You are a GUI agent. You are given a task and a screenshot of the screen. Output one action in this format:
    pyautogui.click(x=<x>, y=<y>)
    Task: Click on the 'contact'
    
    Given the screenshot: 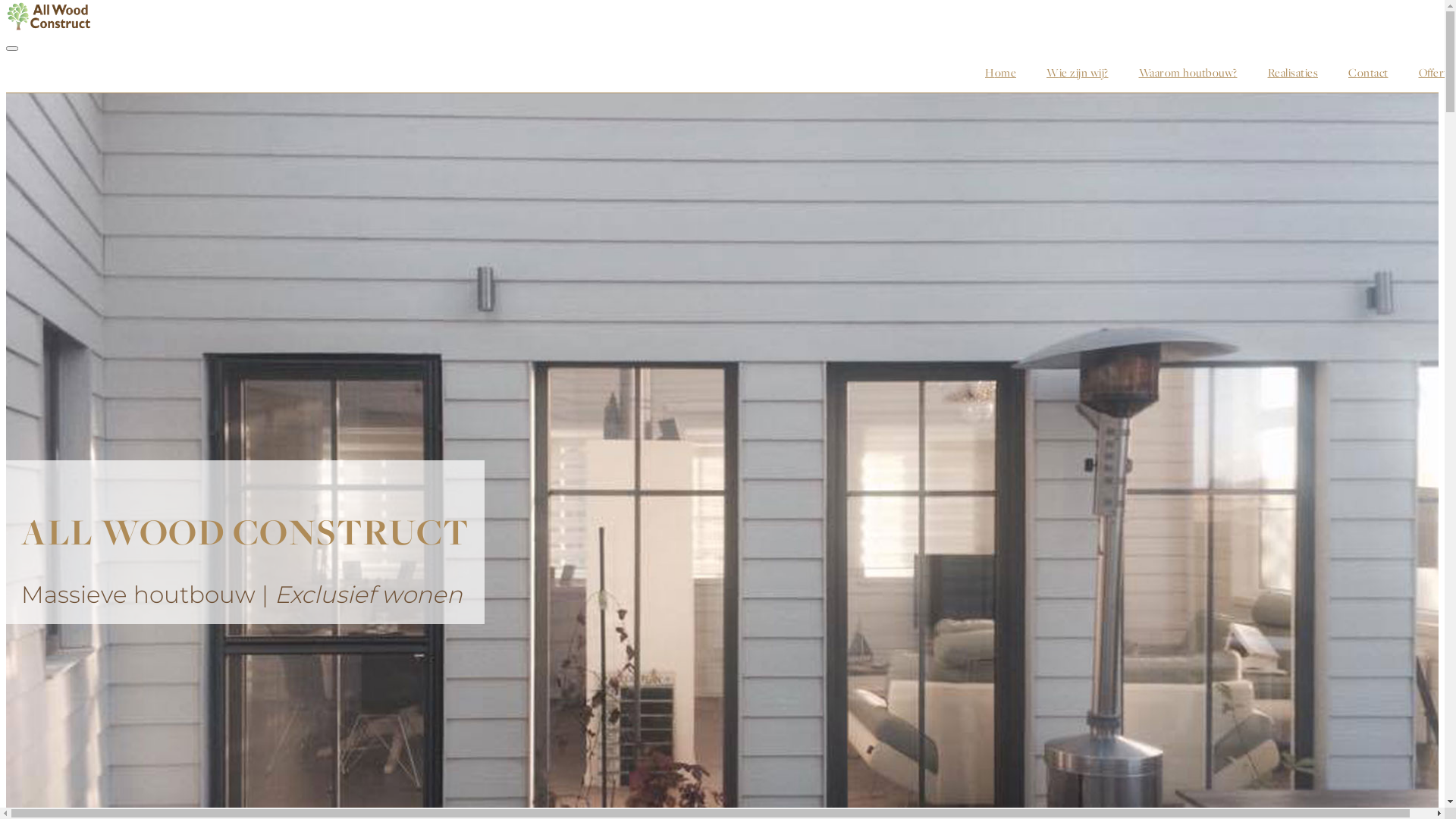 What is the action you would take?
    pyautogui.click(x=1368, y=72)
    